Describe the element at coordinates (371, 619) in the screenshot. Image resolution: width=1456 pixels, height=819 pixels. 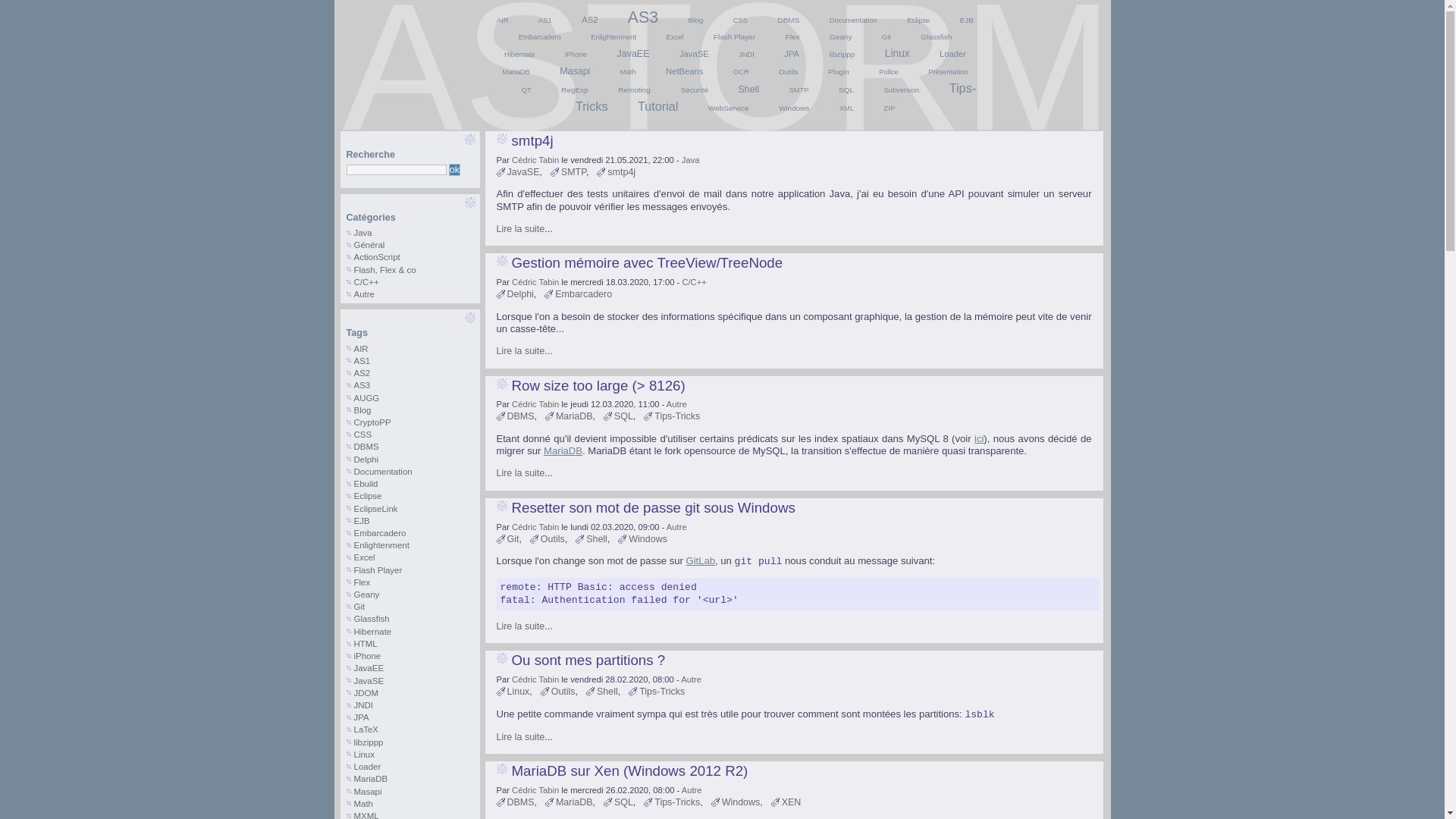
I see `'Glassfish'` at that location.